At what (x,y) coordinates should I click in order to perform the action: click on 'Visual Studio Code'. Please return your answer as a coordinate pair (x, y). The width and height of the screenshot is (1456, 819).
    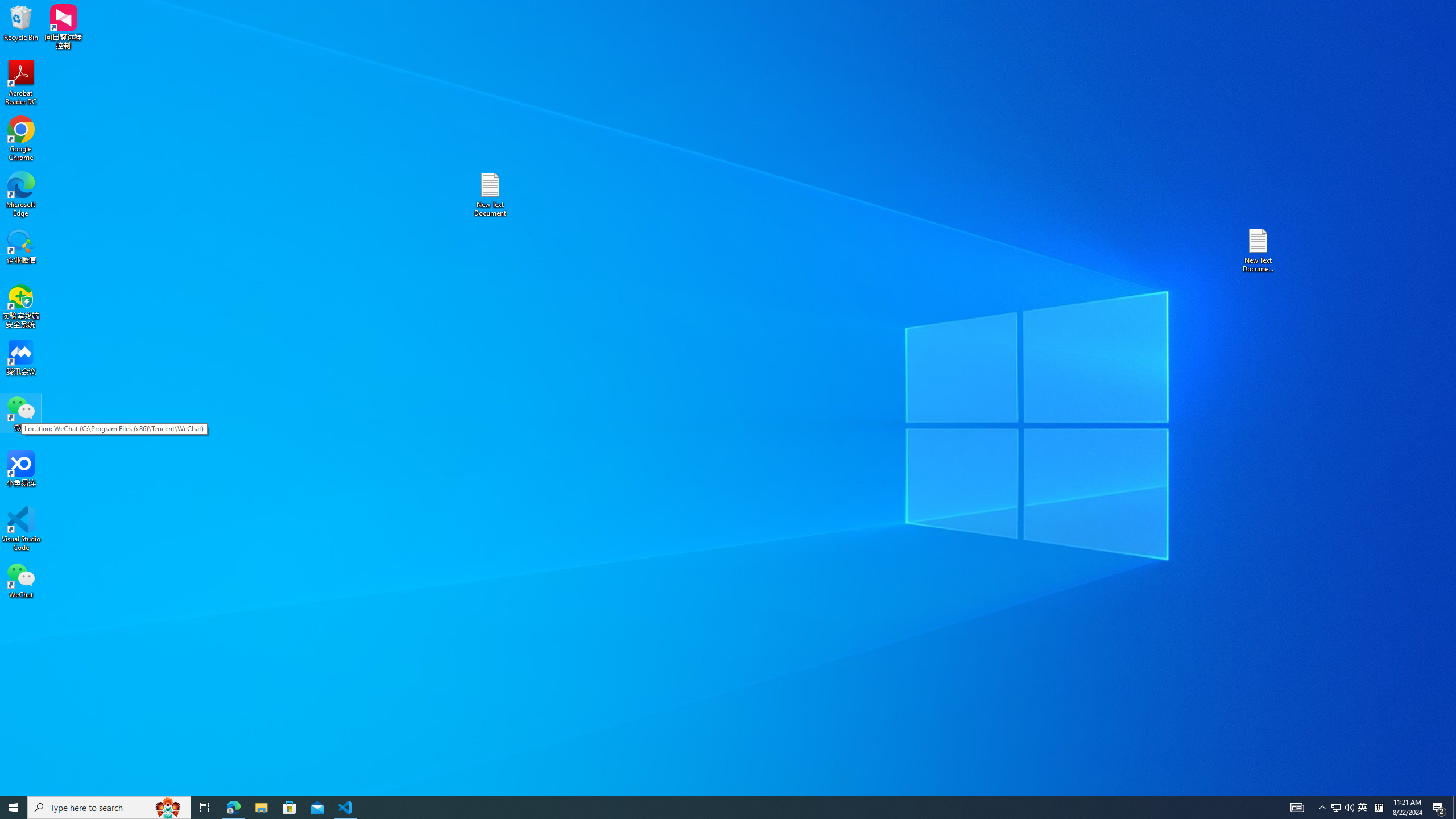
    Looking at the image, I should click on (20, 528).